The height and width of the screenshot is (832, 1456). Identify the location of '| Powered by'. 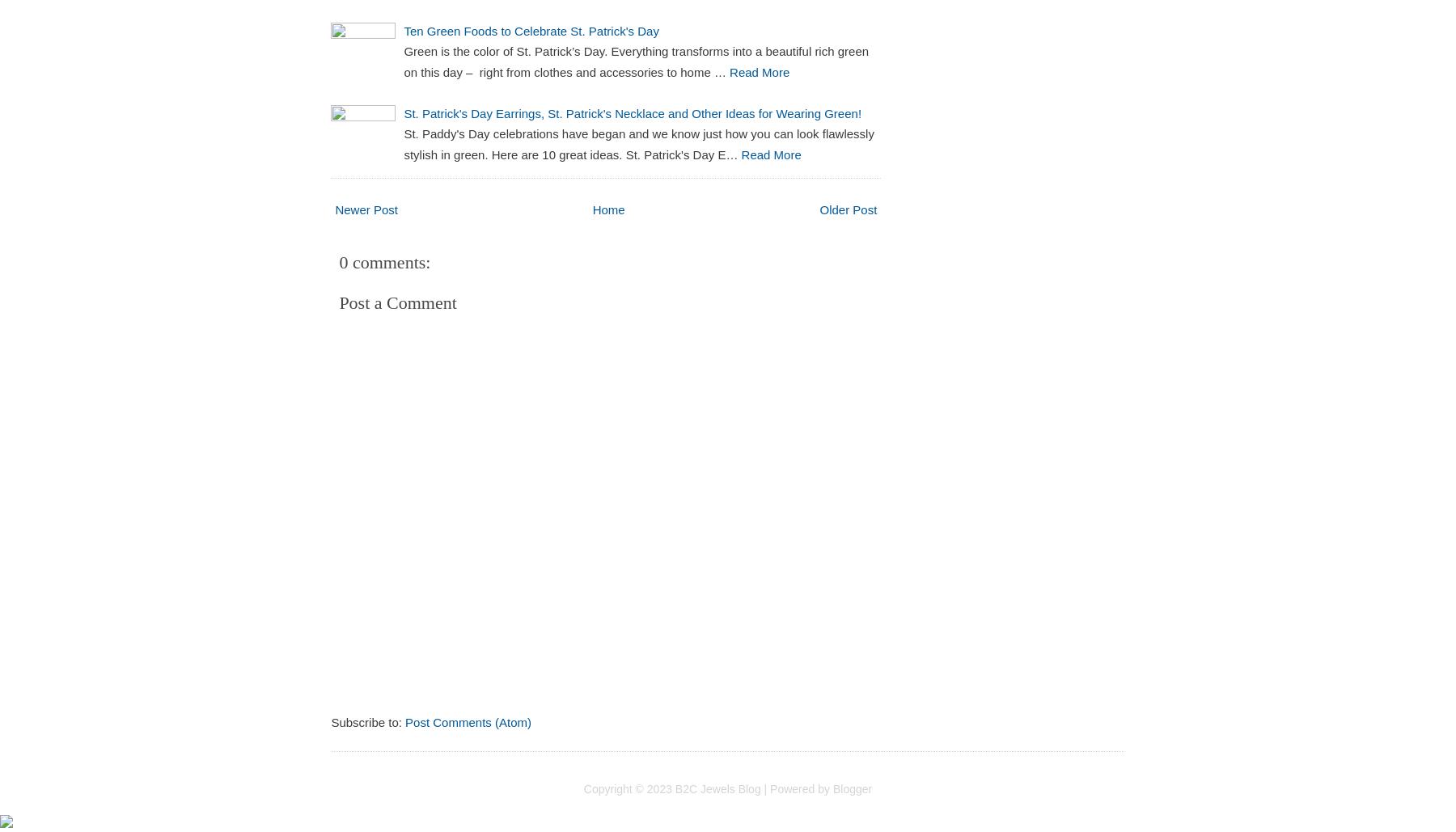
(795, 787).